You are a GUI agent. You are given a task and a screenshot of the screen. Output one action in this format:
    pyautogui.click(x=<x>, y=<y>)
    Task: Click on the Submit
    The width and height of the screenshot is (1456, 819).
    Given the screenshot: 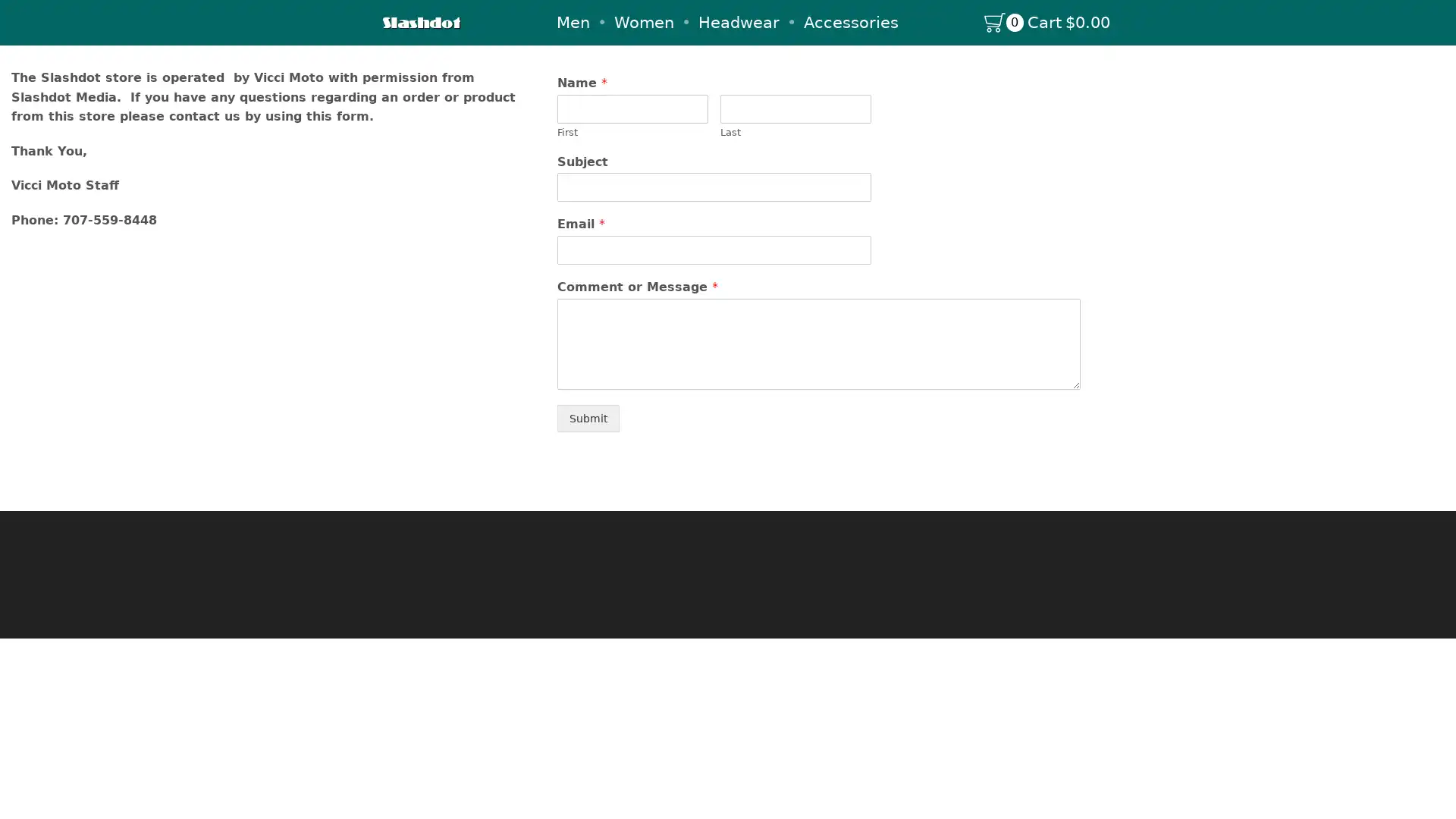 What is the action you would take?
    pyautogui.click(x=588, y=418)
    